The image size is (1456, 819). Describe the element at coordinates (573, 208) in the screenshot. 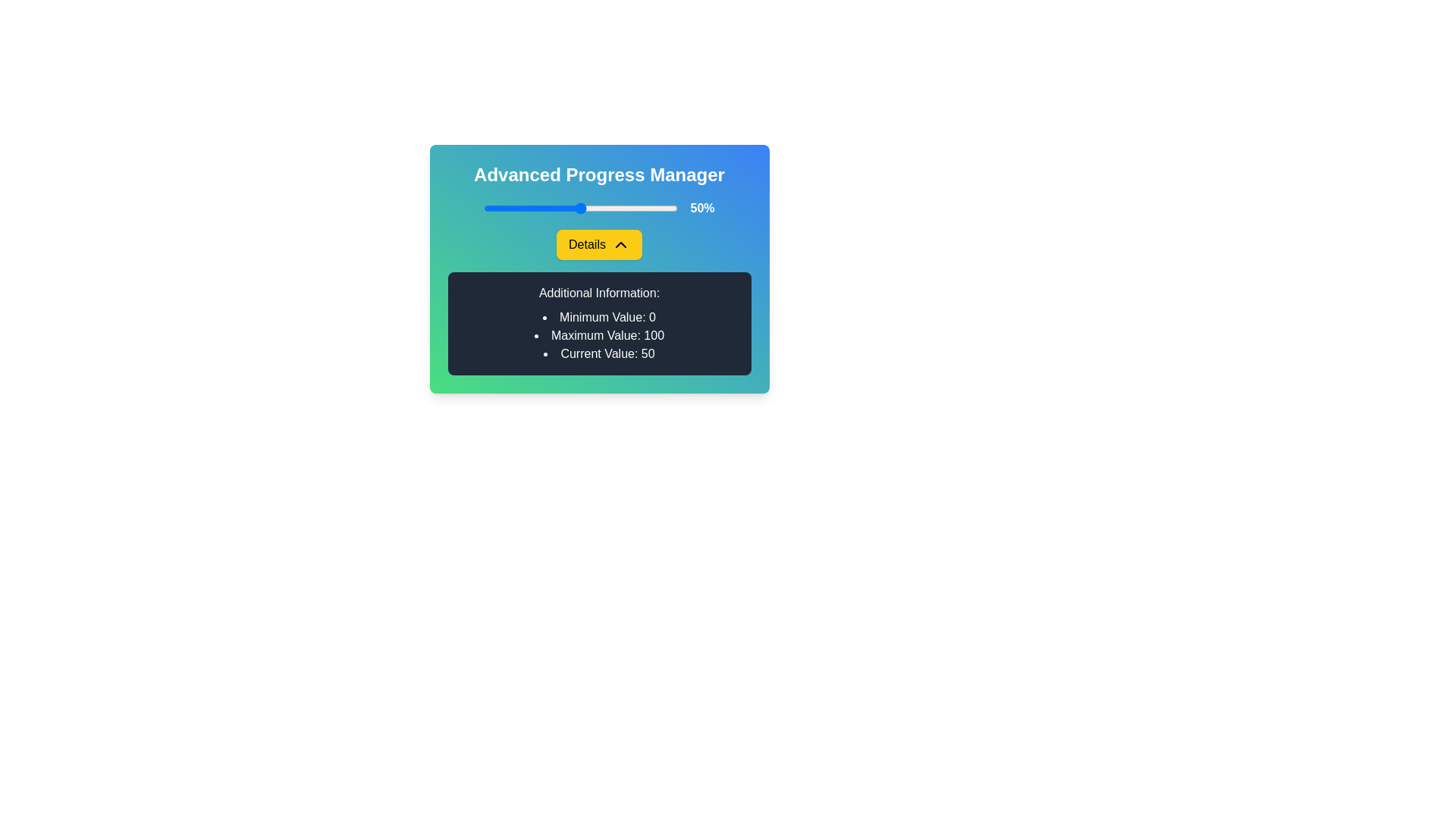

I see `the slider to set the progress to 46%` at that location.